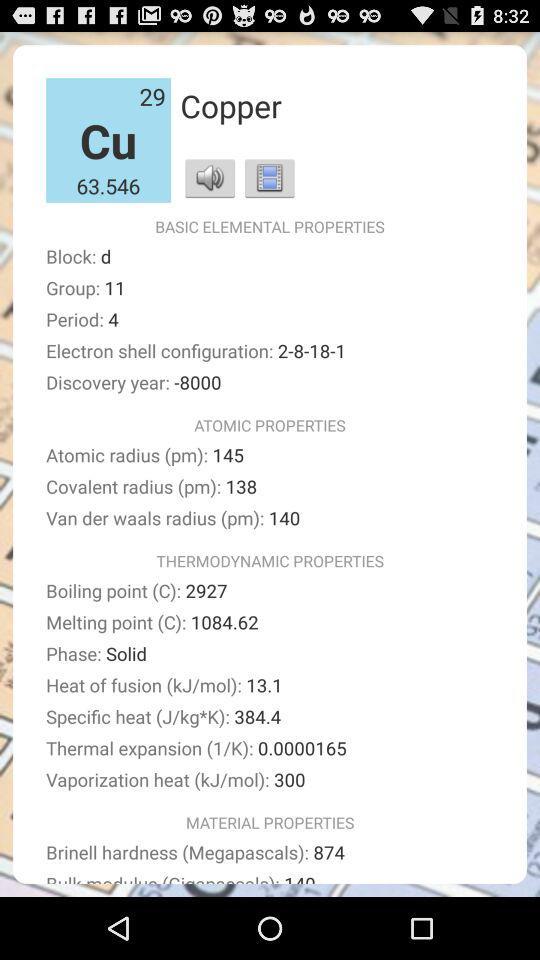 This screenshot has width=540, height=960. What do you see at coordinates (209, 176) in the screenshot?
I see `item to the right of 63.546 item` at bounding box center [209, 176].